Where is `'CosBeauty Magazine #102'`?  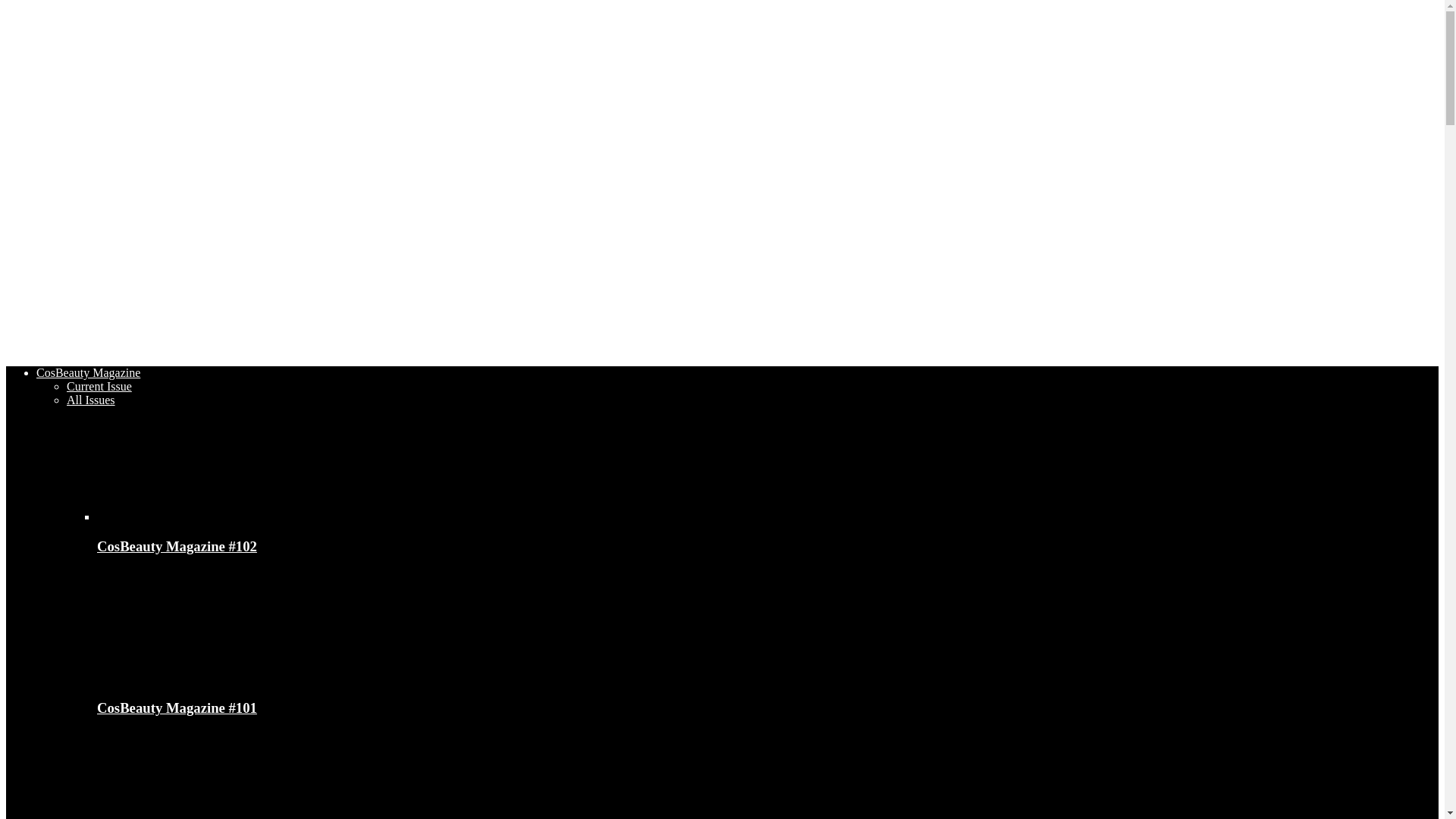 'CosBeauty Magazine #102' is located at coordinates (177, 546).